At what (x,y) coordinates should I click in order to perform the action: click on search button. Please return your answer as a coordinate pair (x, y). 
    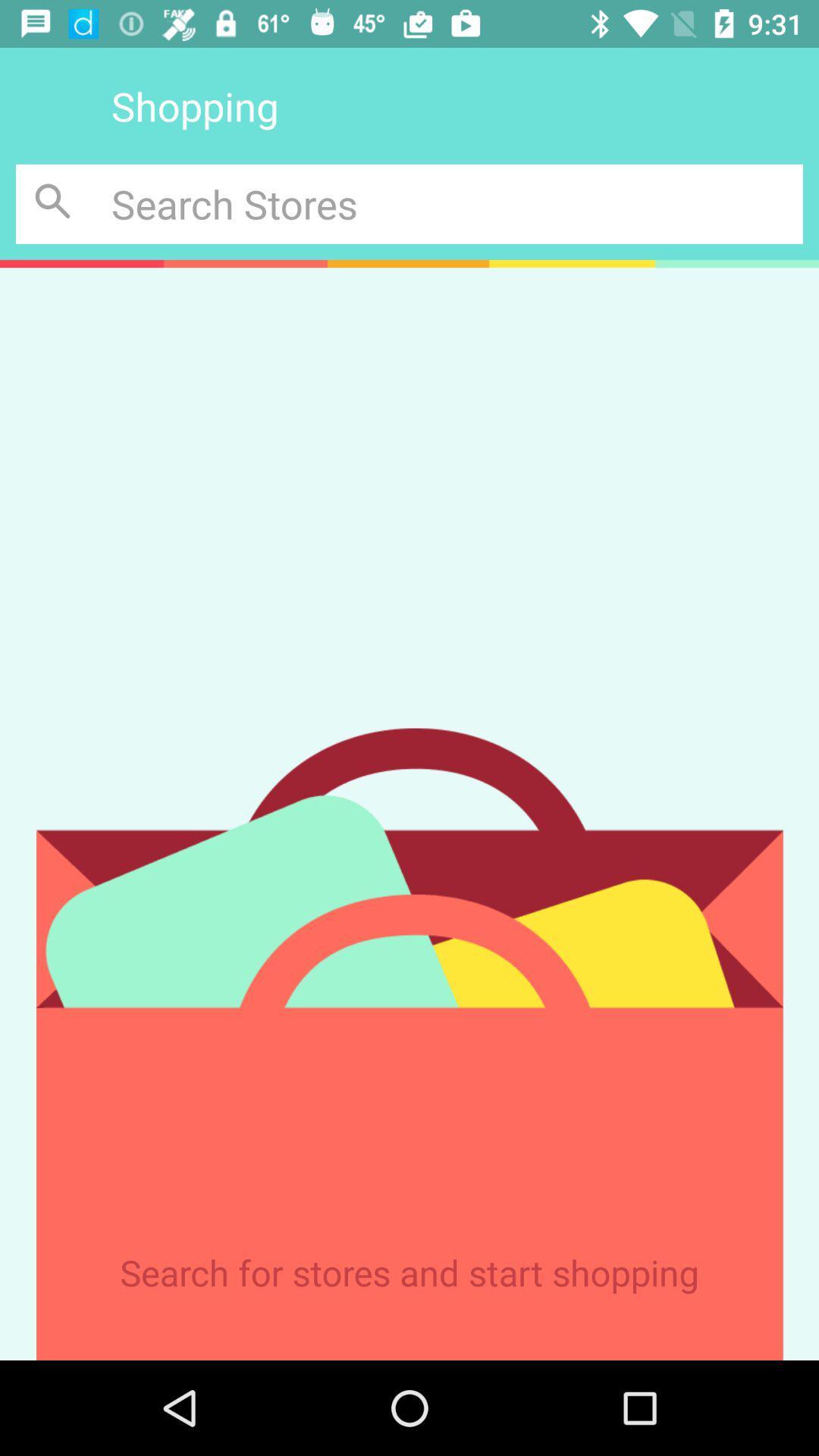
    Looking at the image, I should click on (55, 203).